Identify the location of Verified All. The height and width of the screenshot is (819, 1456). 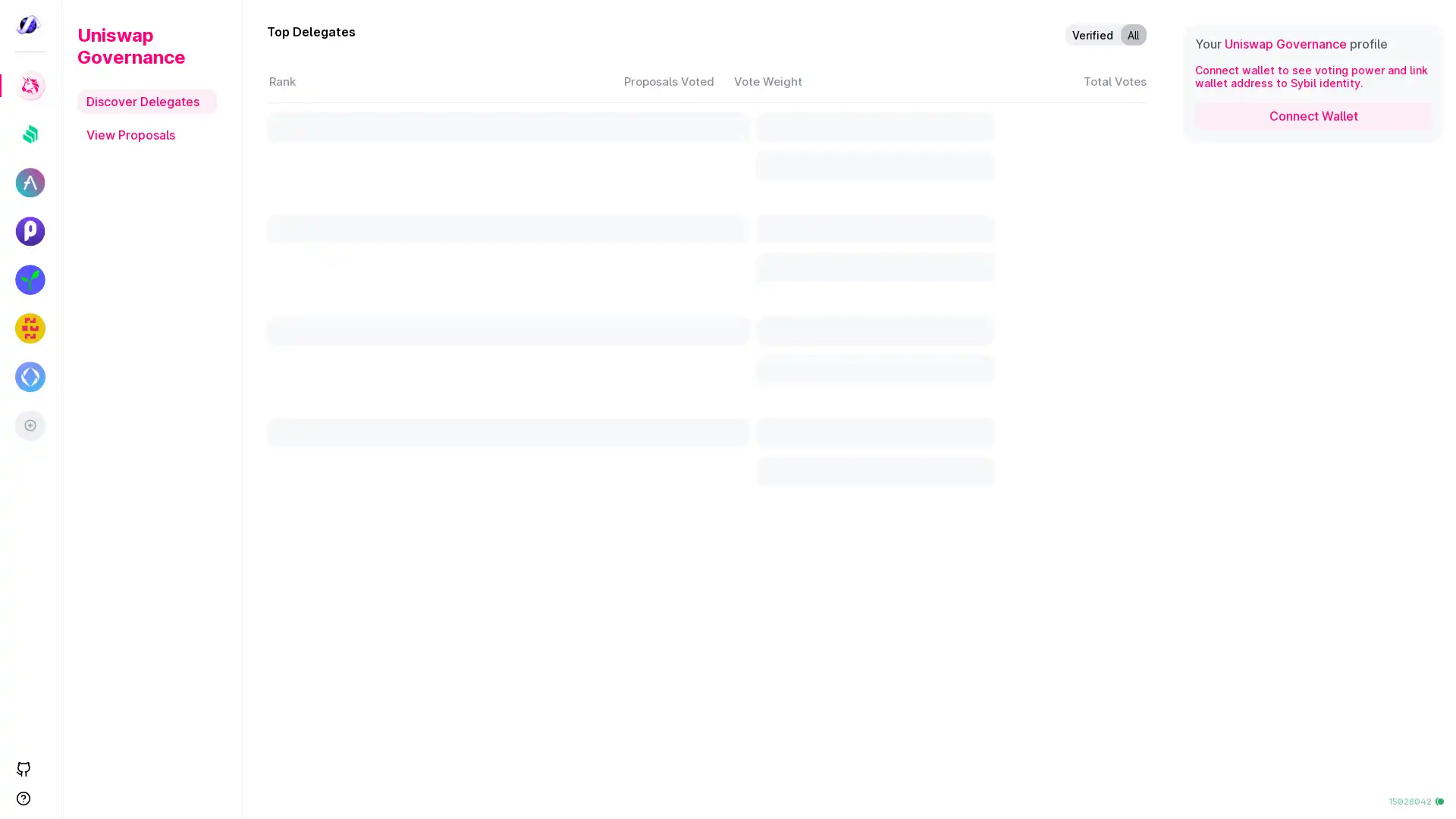
(1106, 34).